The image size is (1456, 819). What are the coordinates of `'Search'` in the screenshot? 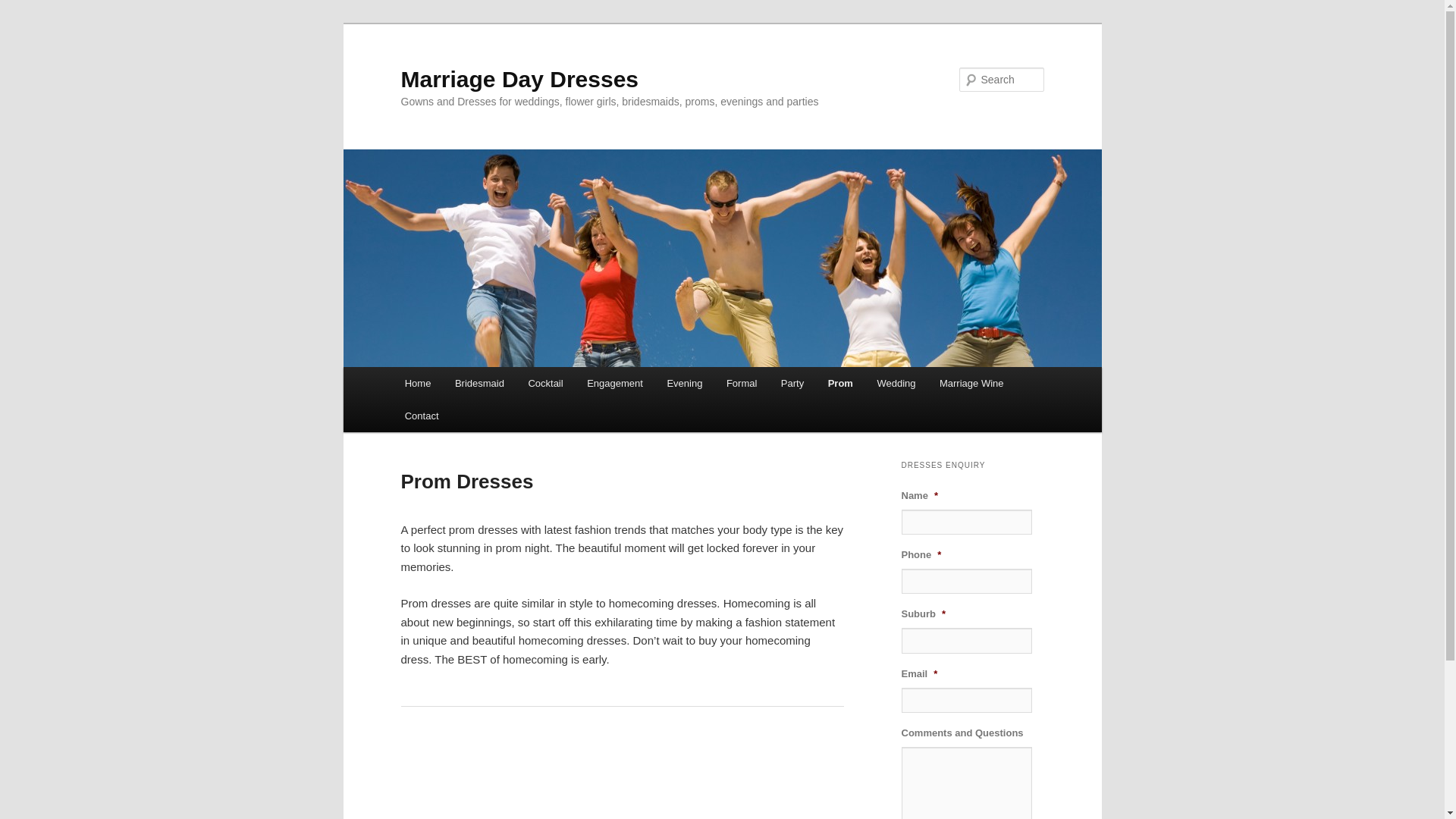 It's located at (24, 8).